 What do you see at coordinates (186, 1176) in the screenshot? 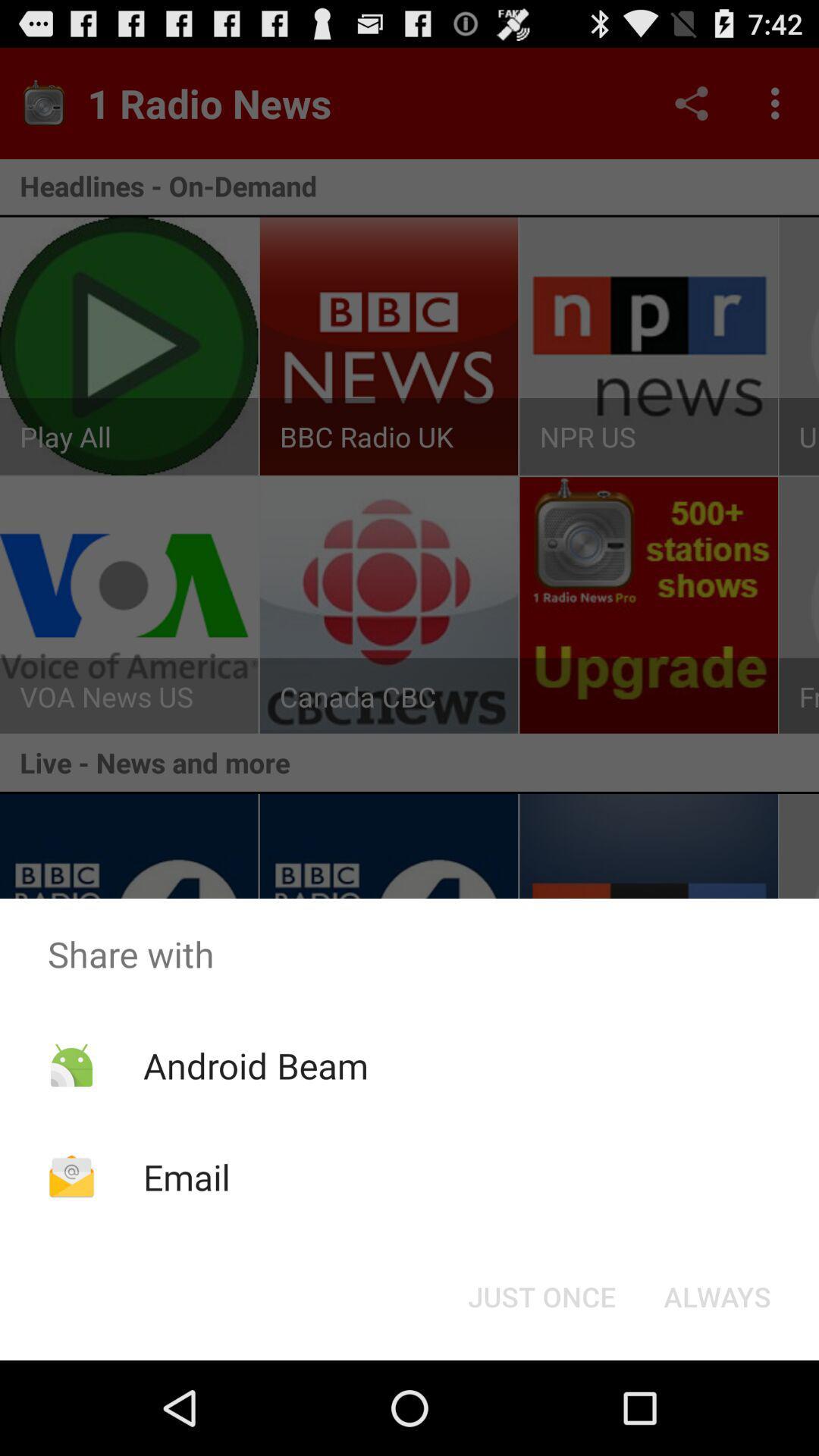
I see `the icon below the android beam item` at bounding box center [186, 1176].